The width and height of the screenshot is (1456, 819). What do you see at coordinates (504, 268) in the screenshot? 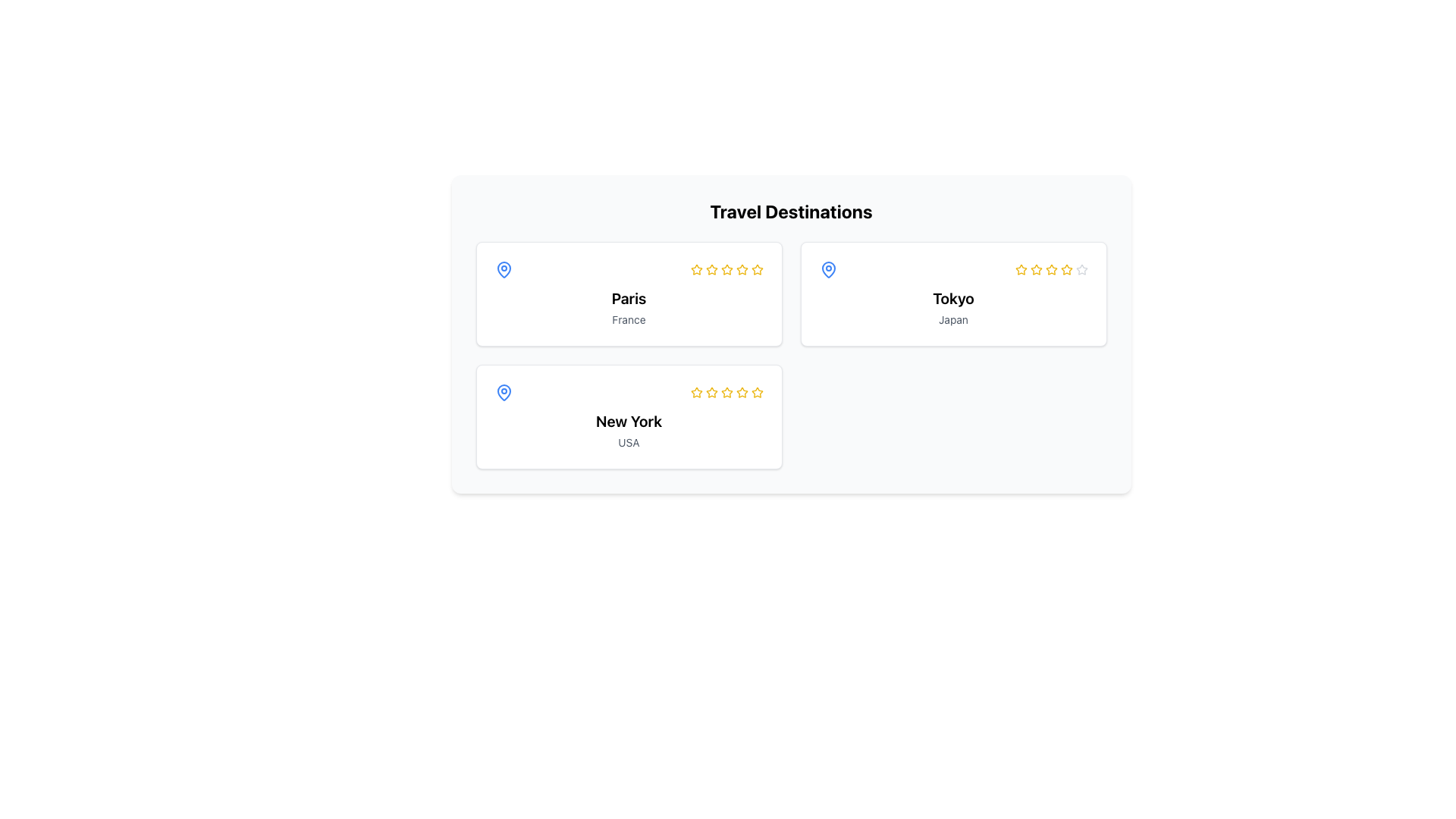
I see `the blue map pin icon located in the top-left corner of the card representing the 'Paris' destination, adjacent to the 'Paris' text and above the star rating system` at bounding box center [504, 268].